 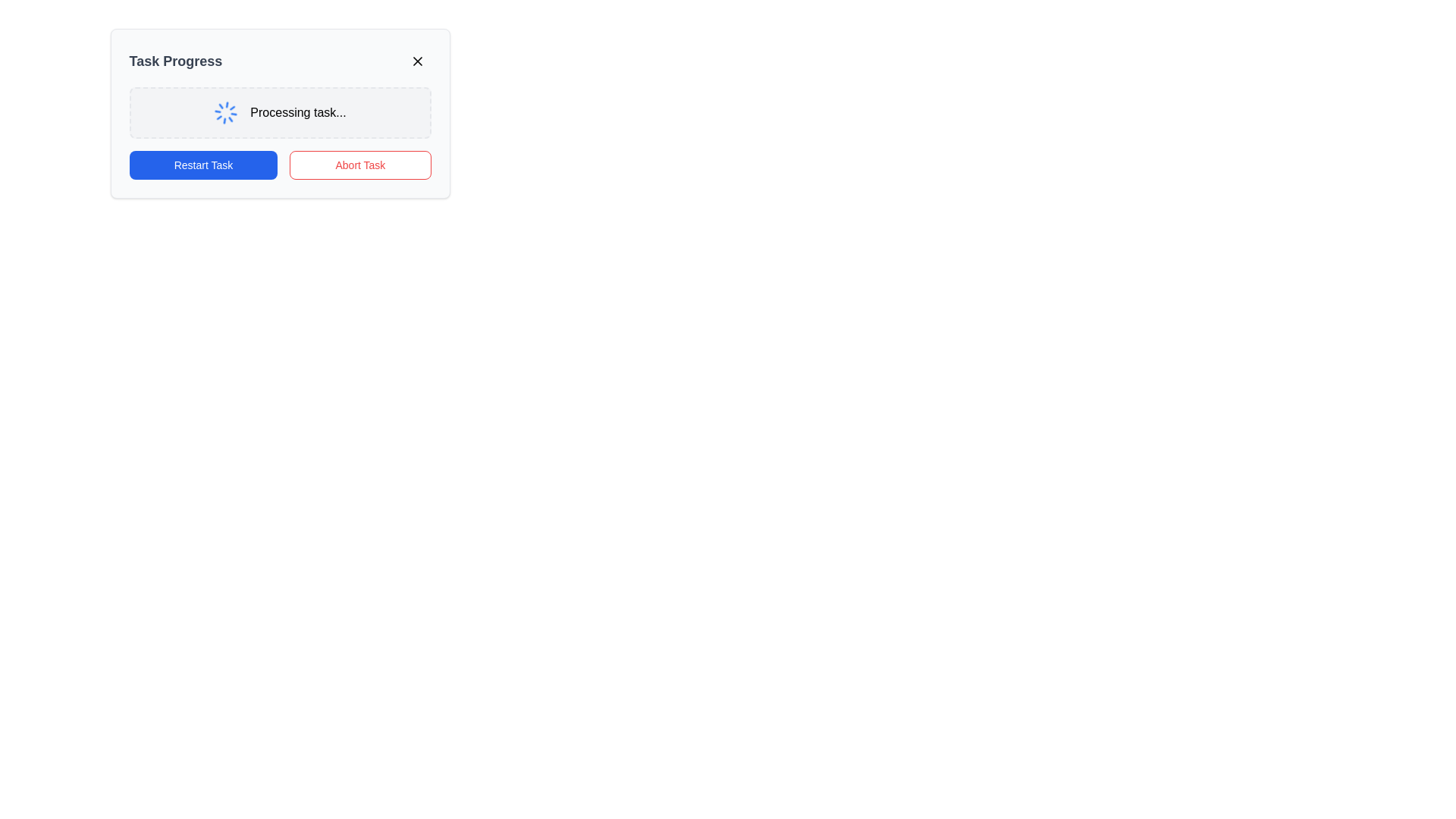 What do you see at coordinates (359, 165) in the screenshot?
I see `the 'Abort Task' button, which is a rectangular button with a white background and red border, to observe the hover effect` at bounding box center [359, 165].